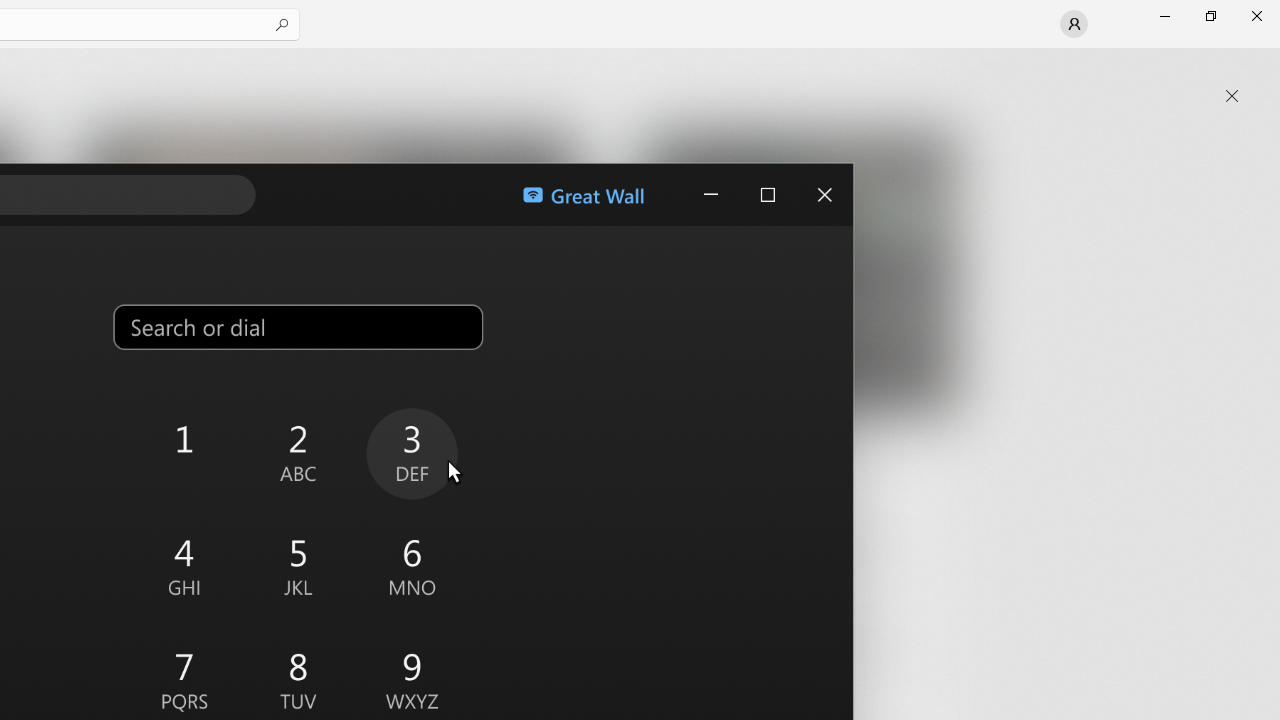  Describe the element at coordinates (1164, 15) in the screenshot. I see `'Minimize Microsoft Store'` at that location.